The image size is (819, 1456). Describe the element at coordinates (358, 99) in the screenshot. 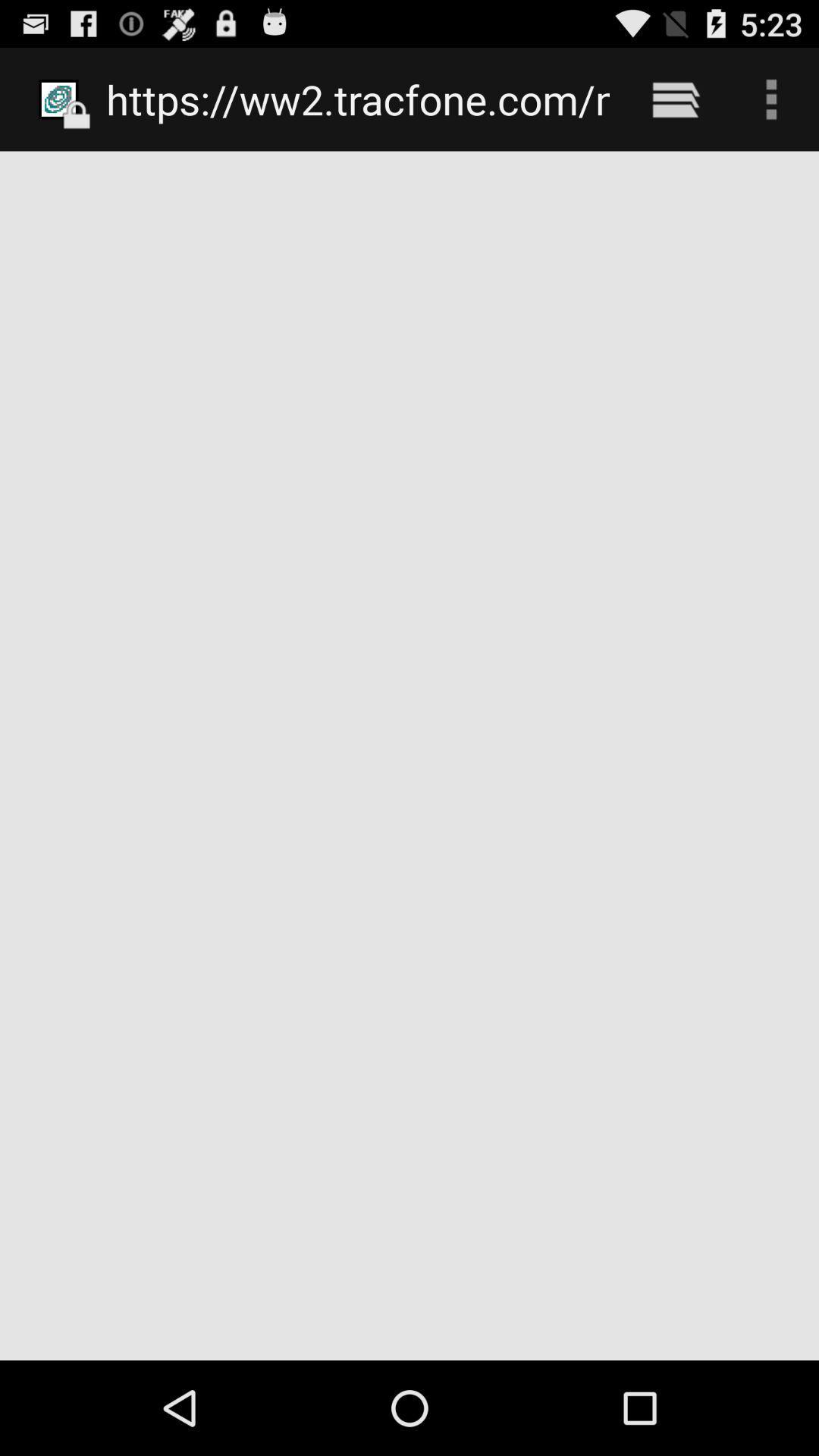

I see `the item at the top` at that location.